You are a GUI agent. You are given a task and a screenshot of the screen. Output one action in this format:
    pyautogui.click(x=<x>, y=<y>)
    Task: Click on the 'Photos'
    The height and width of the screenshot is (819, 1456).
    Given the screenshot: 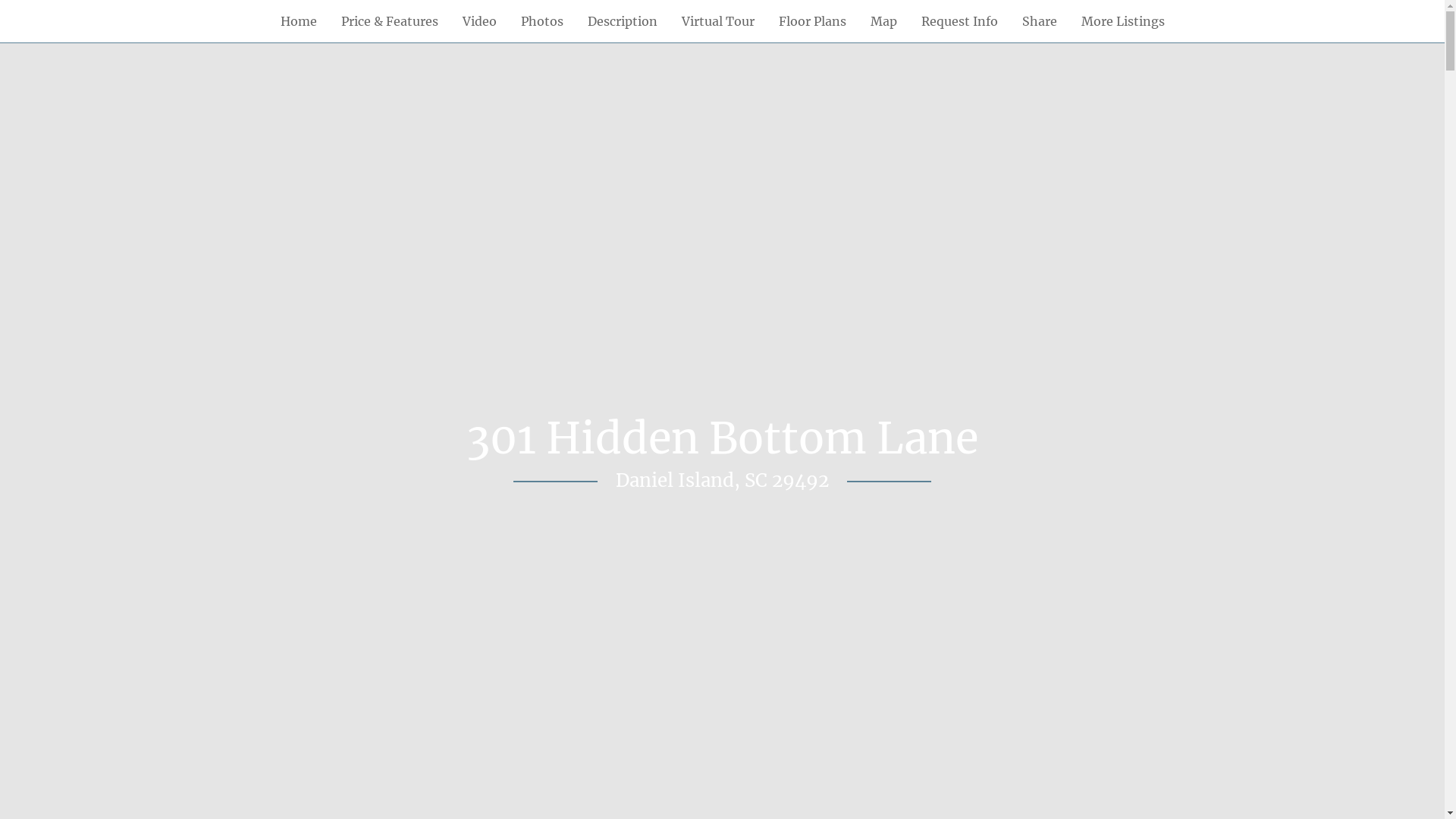 What is the action you would take?
    pyautogui.click(x=508, y=20)
    